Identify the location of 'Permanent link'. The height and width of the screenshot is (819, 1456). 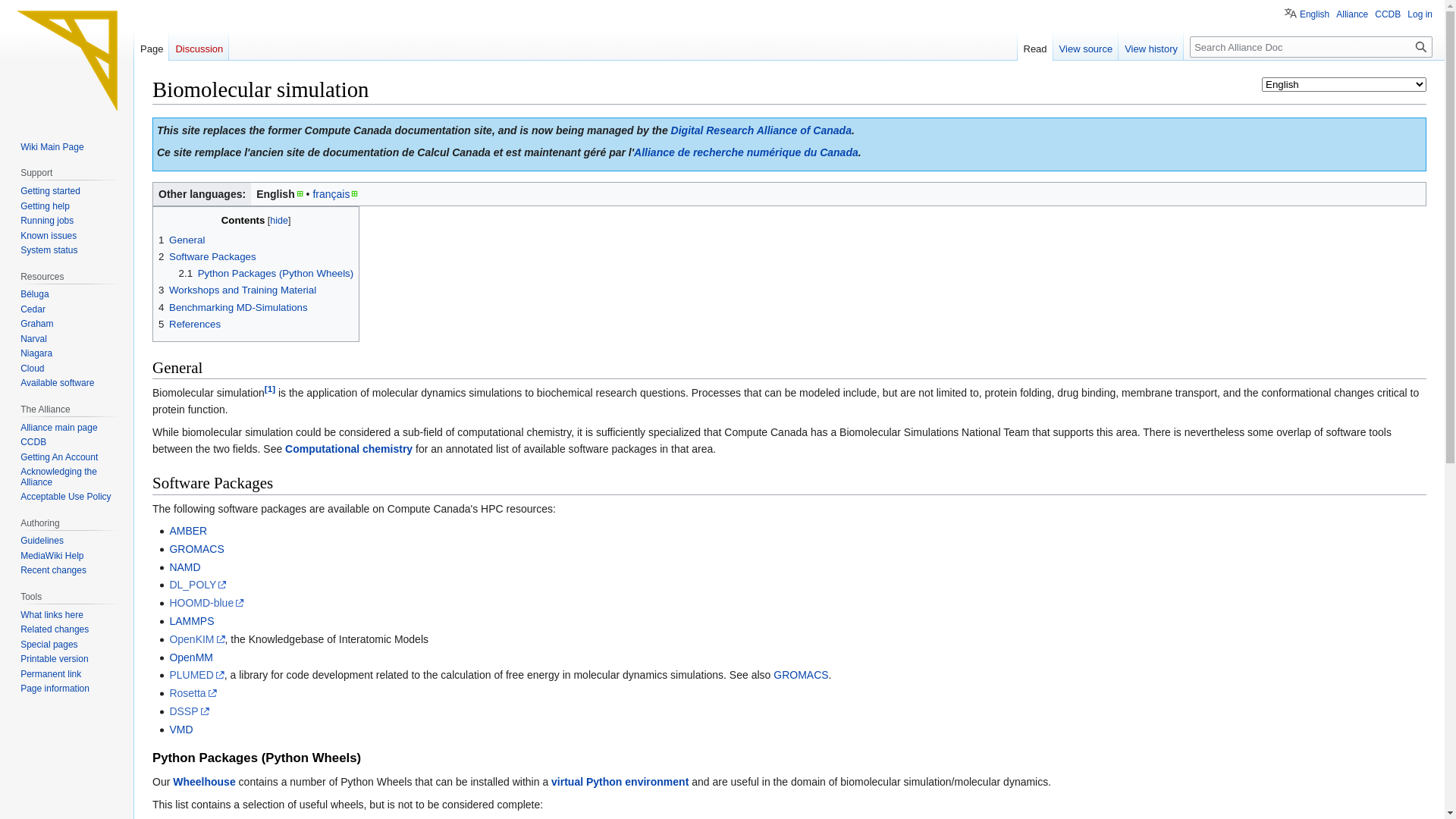
(51, 673).